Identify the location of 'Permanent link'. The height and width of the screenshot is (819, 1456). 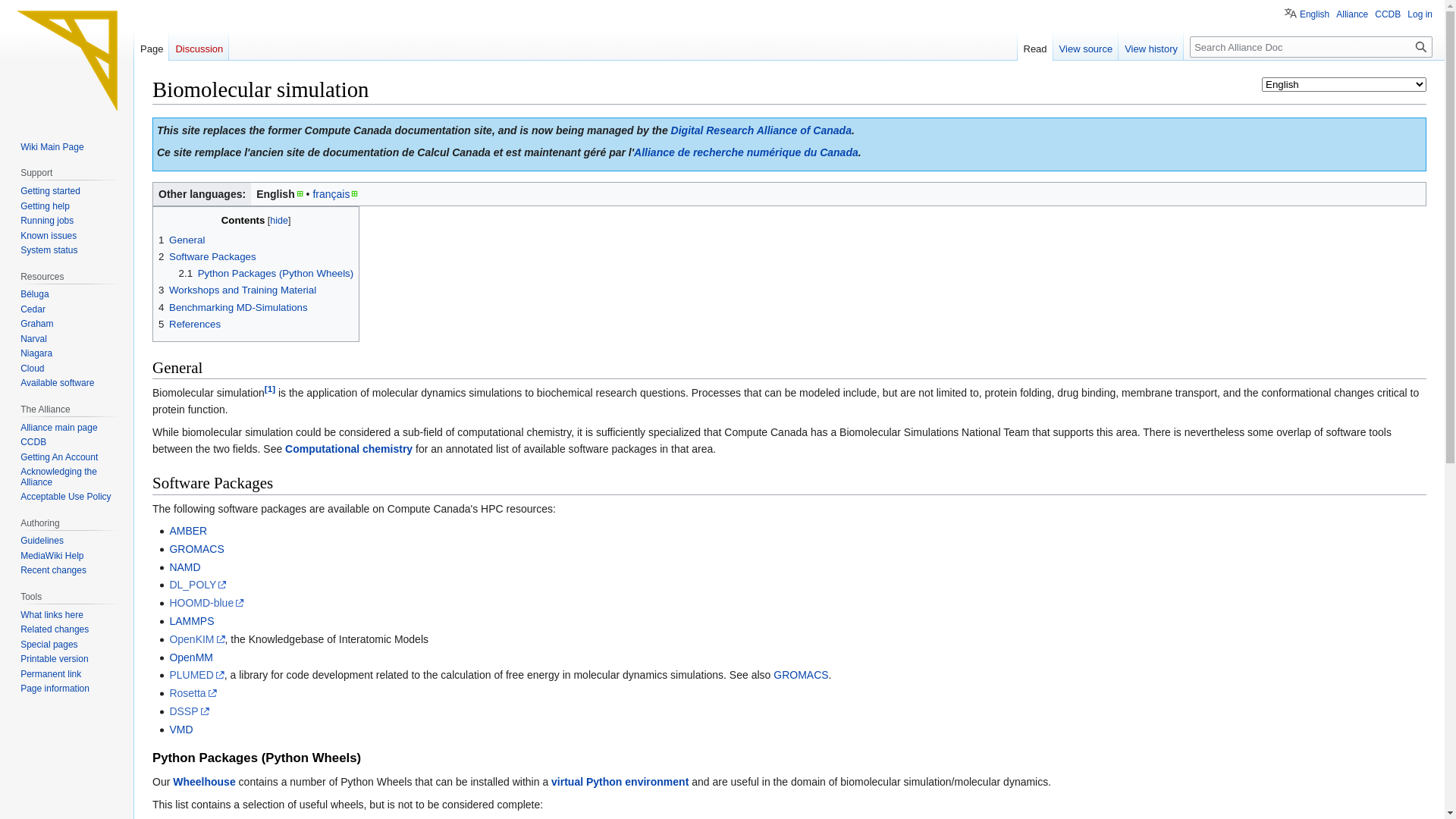
(51, 673).